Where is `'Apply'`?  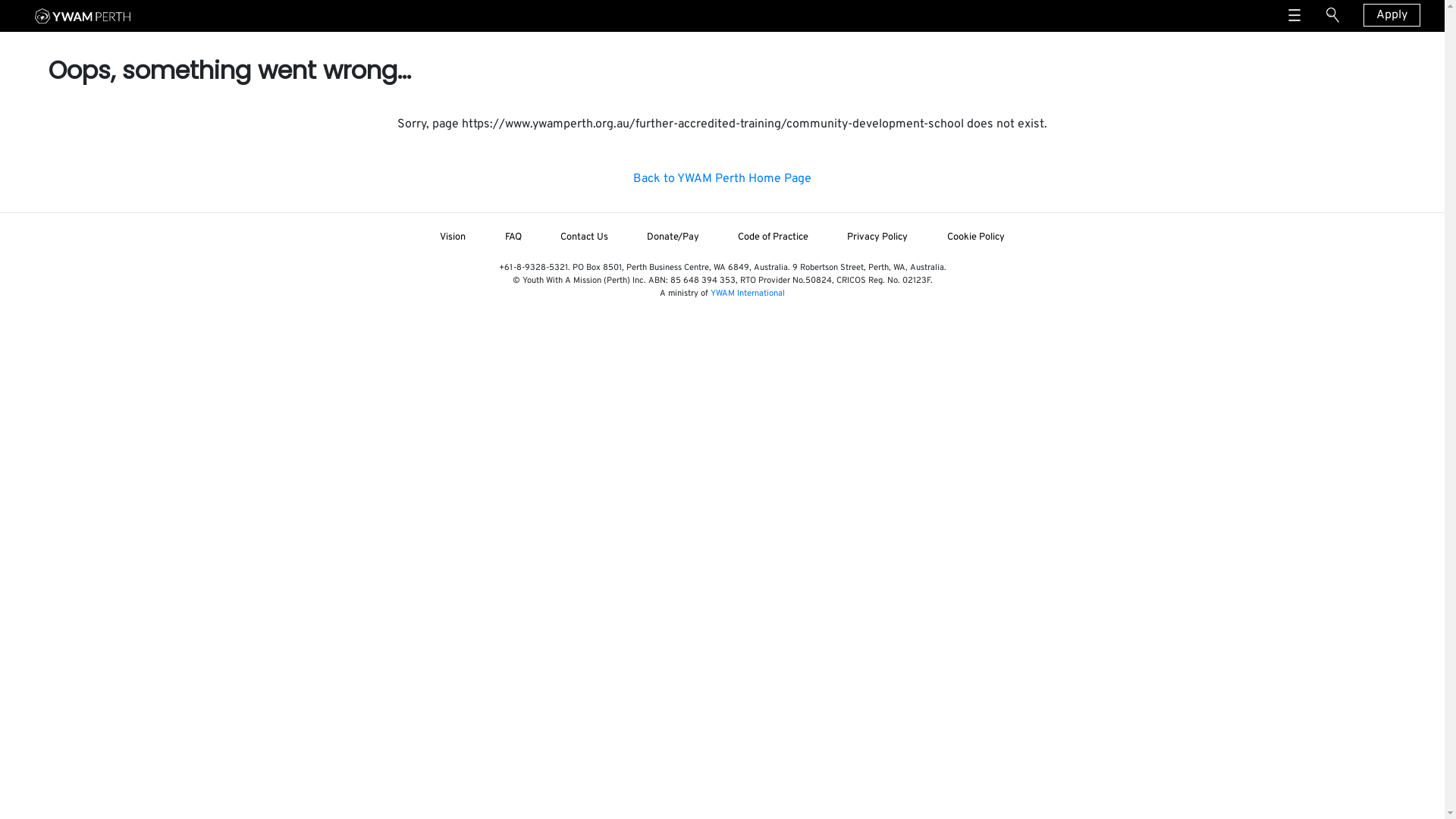 'Apply' is located at coordinates (1392, 14).